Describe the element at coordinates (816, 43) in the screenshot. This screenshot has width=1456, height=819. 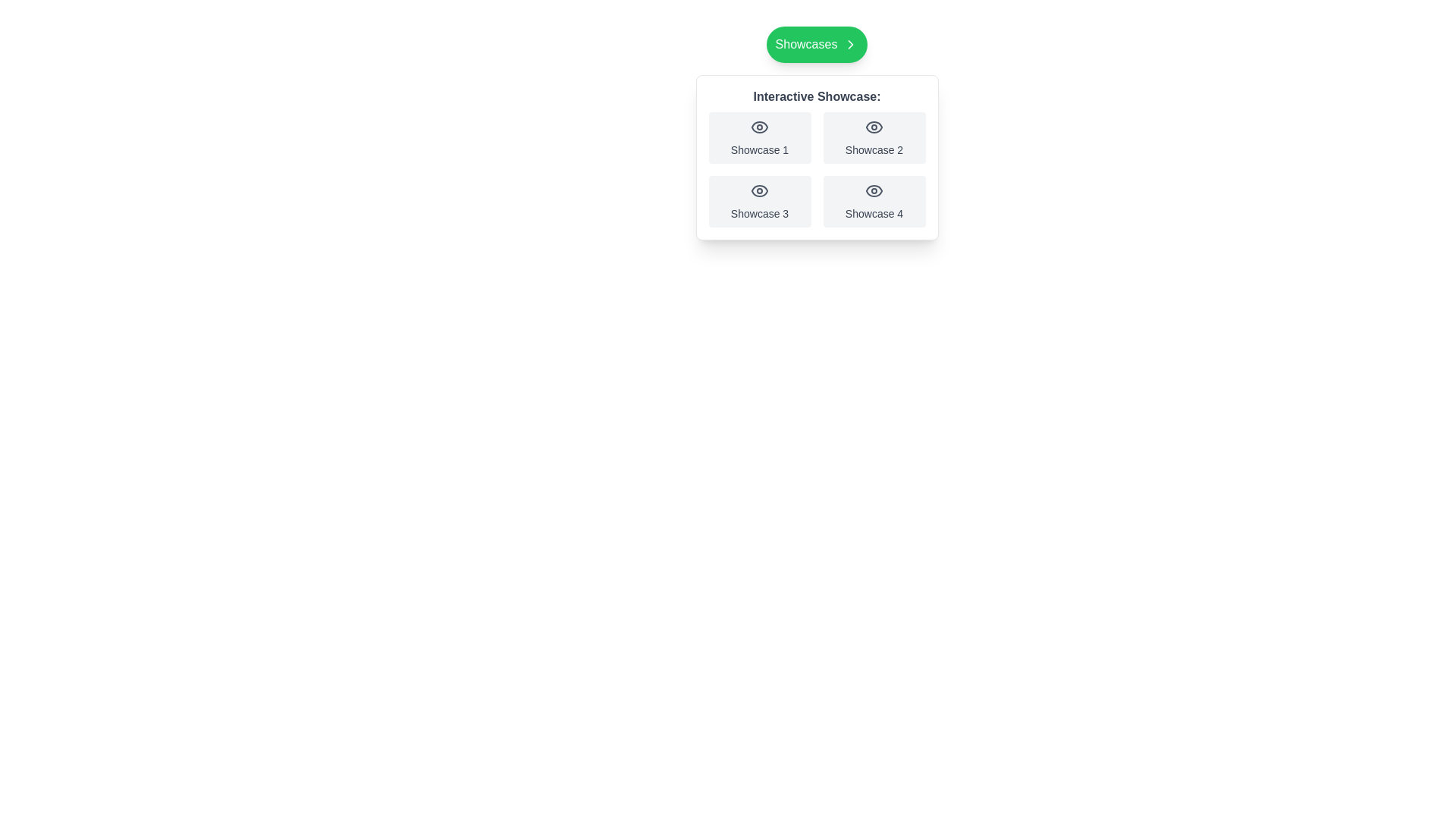
I see `the green rounded button labeled 'Showcases' to observe the hover effects` at that location.